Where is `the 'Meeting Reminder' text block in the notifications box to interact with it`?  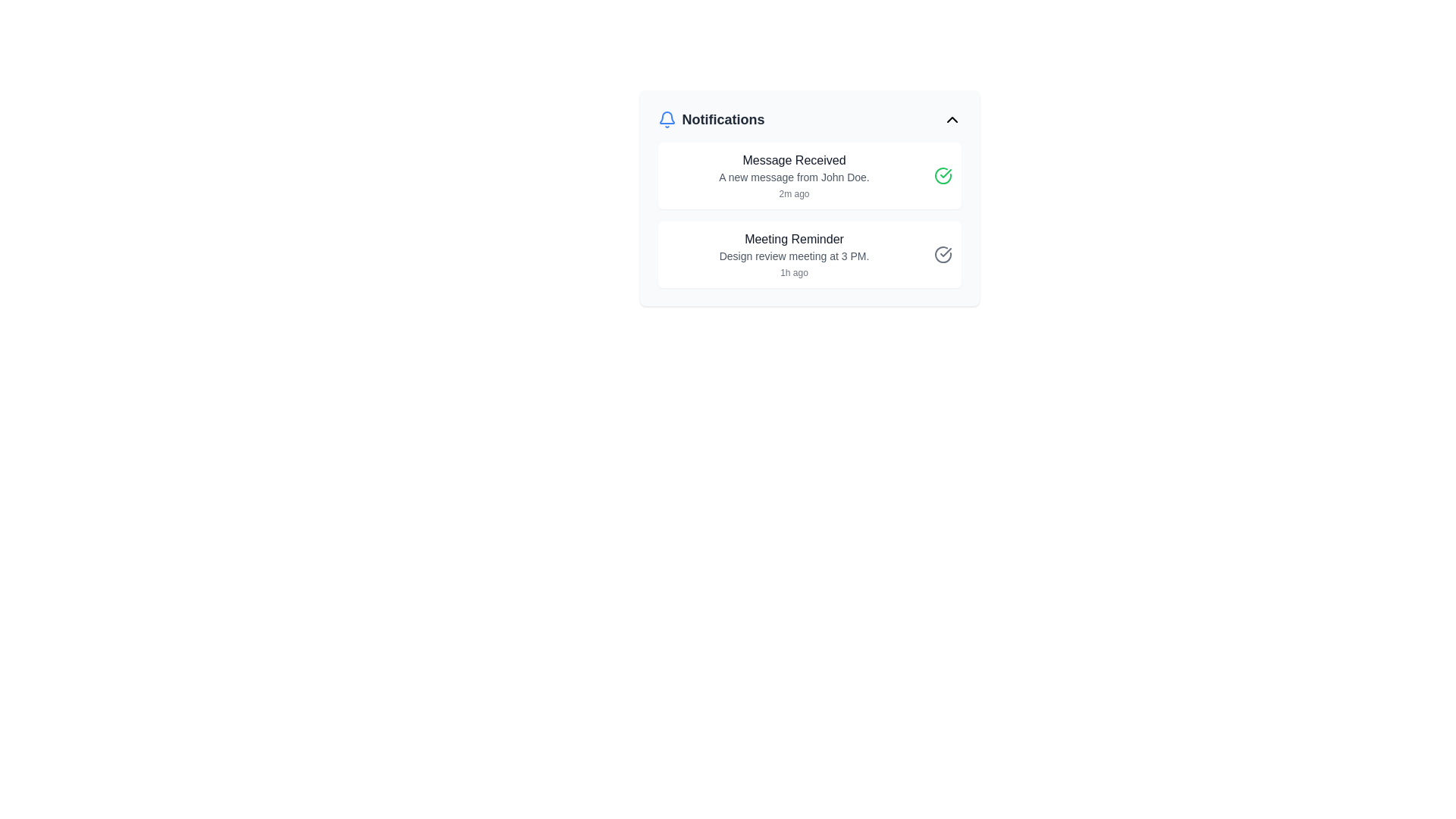
the 'Meeting Reminder' text block in the notifications box to interact with it is located at coordinates (793, 253).